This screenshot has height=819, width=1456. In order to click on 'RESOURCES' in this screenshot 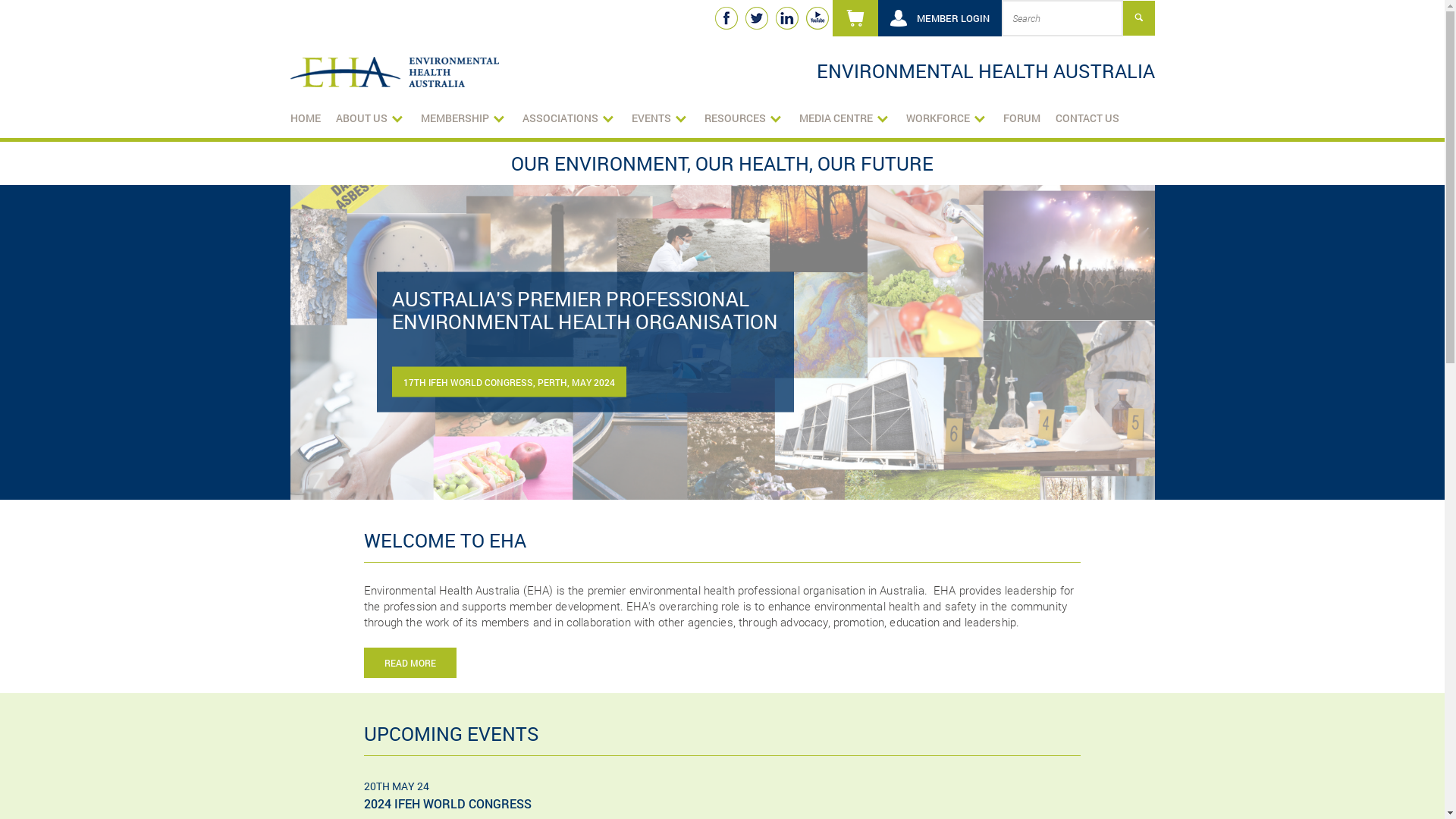, I will do `click(743, 117)`.